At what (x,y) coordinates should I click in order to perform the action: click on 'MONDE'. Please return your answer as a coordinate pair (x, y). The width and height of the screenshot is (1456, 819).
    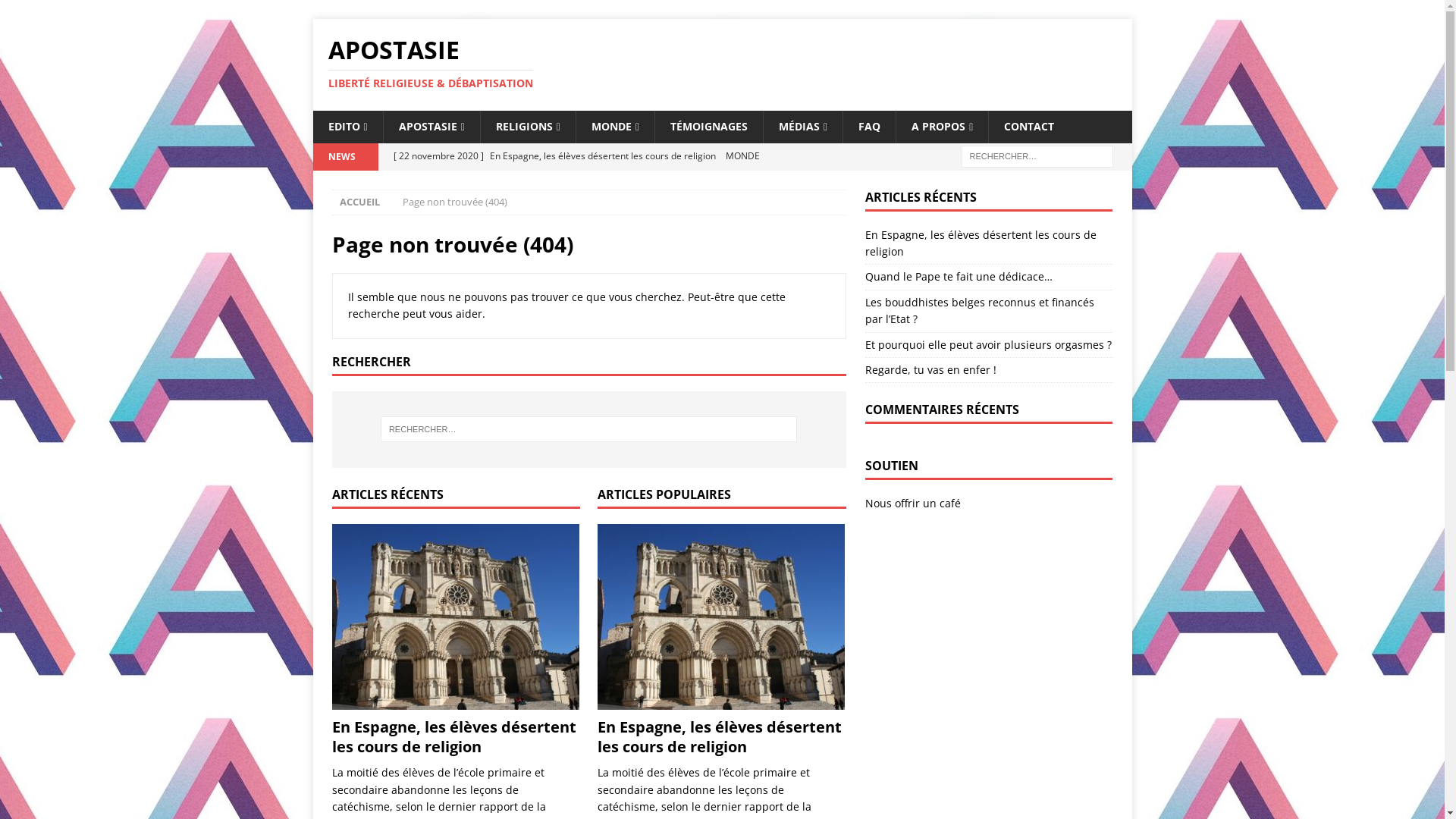
    Looking at the image, I should click on (615, 125).